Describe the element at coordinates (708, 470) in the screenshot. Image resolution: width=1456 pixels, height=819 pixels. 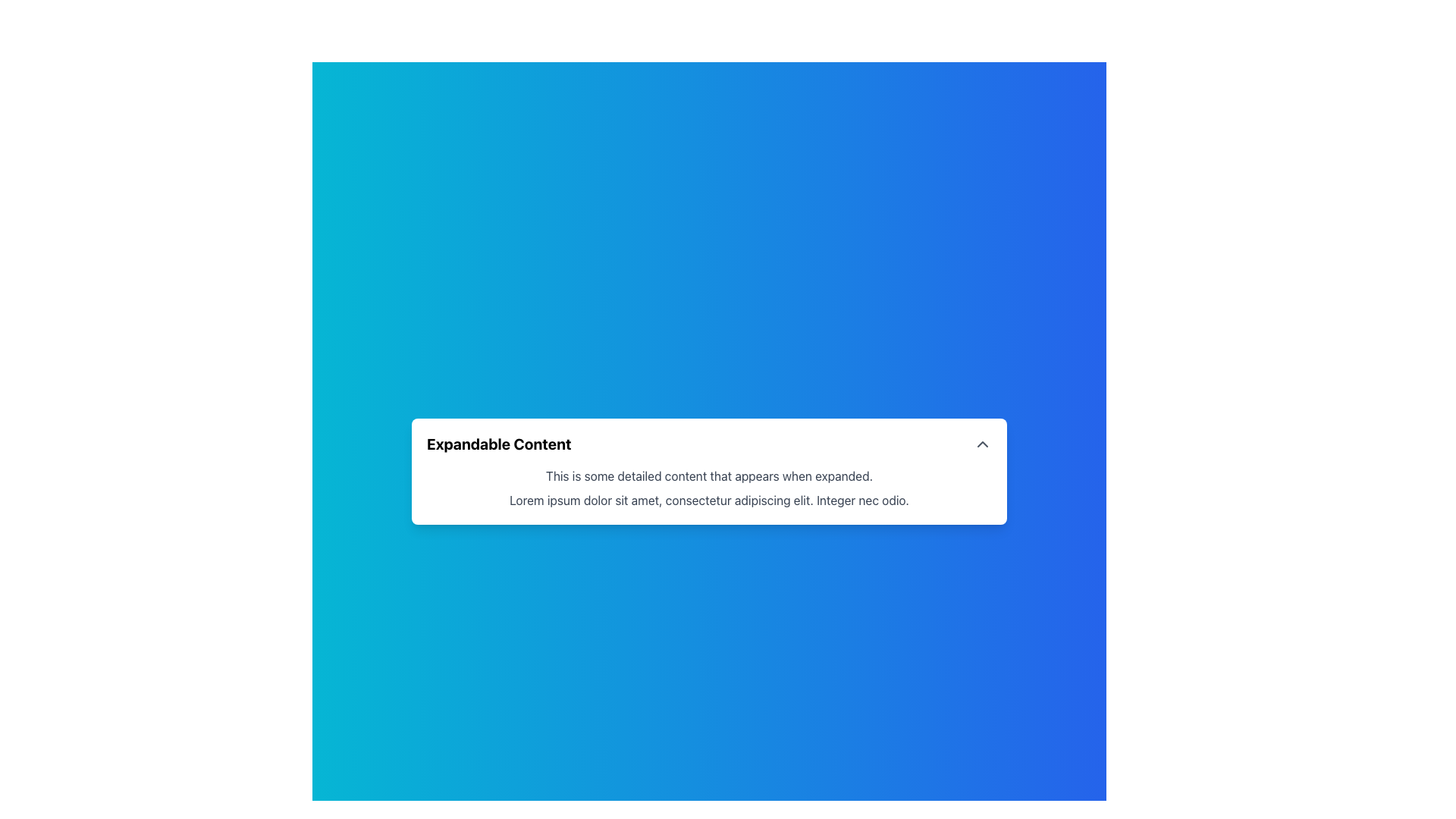
I see `the Collapsible card, which is a rectangular, white card with a title in bold and a caret icon on the right side` at that location.